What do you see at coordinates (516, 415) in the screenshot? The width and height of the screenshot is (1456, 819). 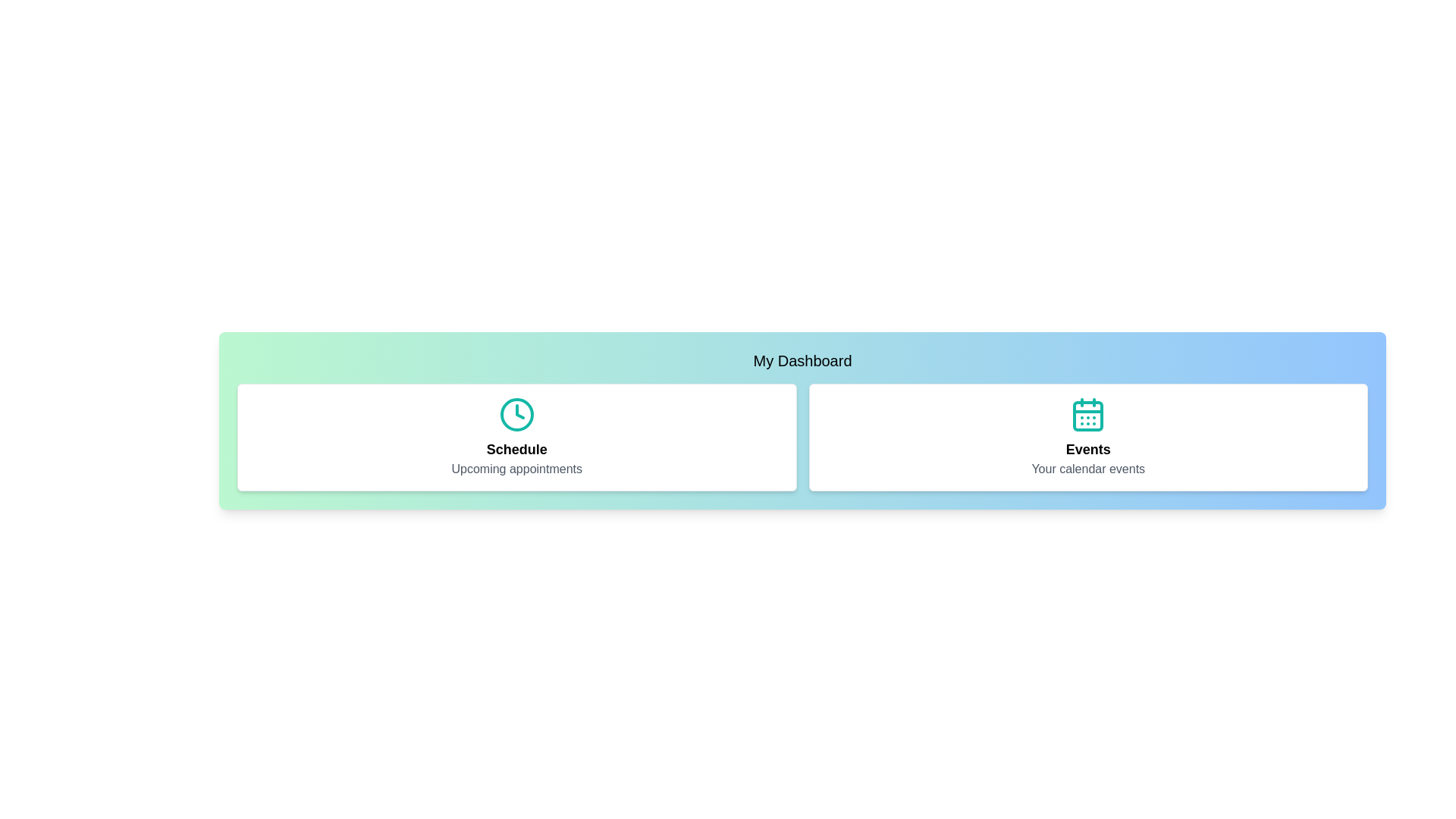 I see `the circular outline icon with a filled clock design, colored teal, located in the 'Schedule' section above the label text` at bounding box center [516, 415].